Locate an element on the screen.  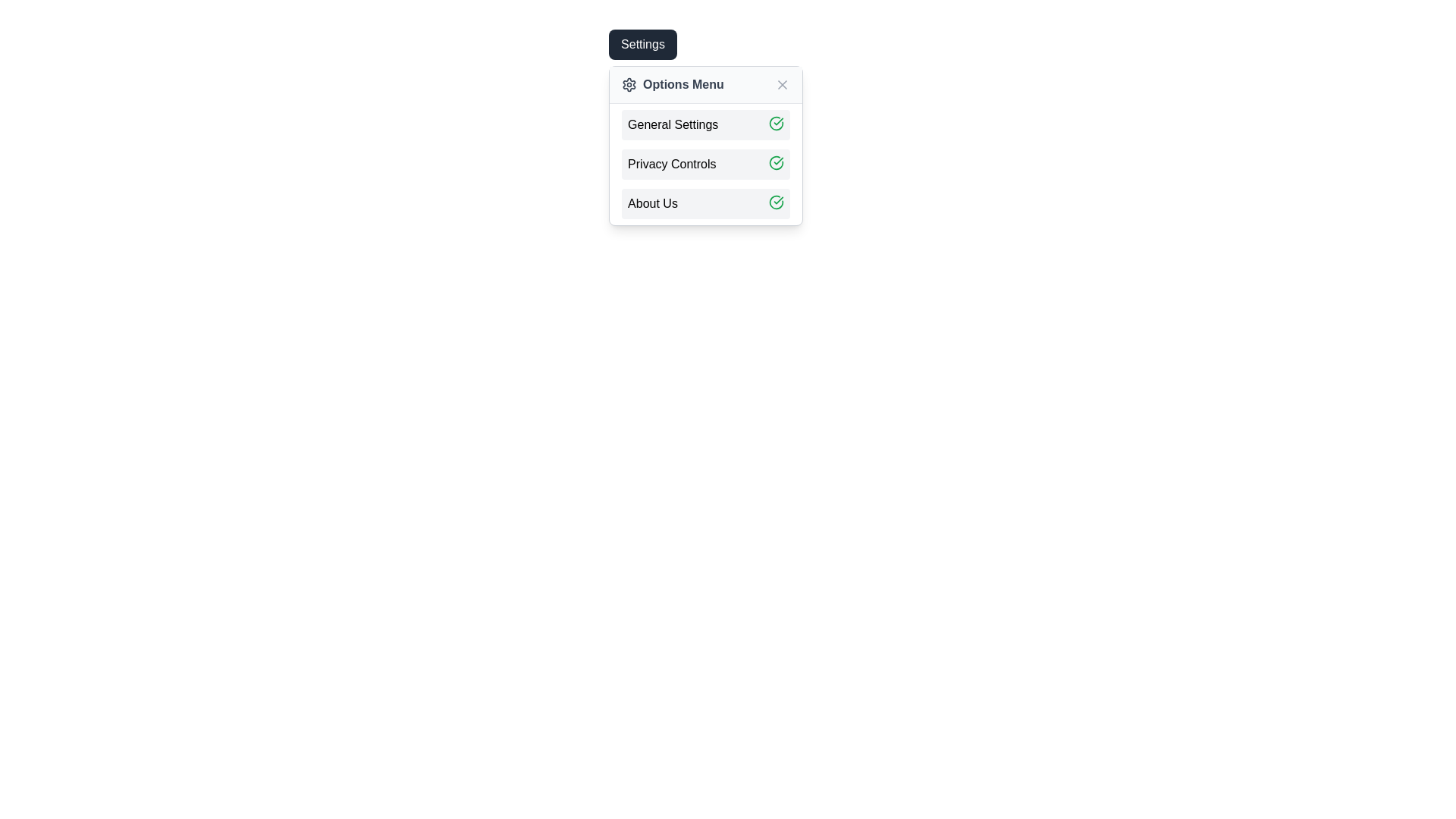
the close button located on the far right of the 'Options Menu' is located at coordinates (783, 84).